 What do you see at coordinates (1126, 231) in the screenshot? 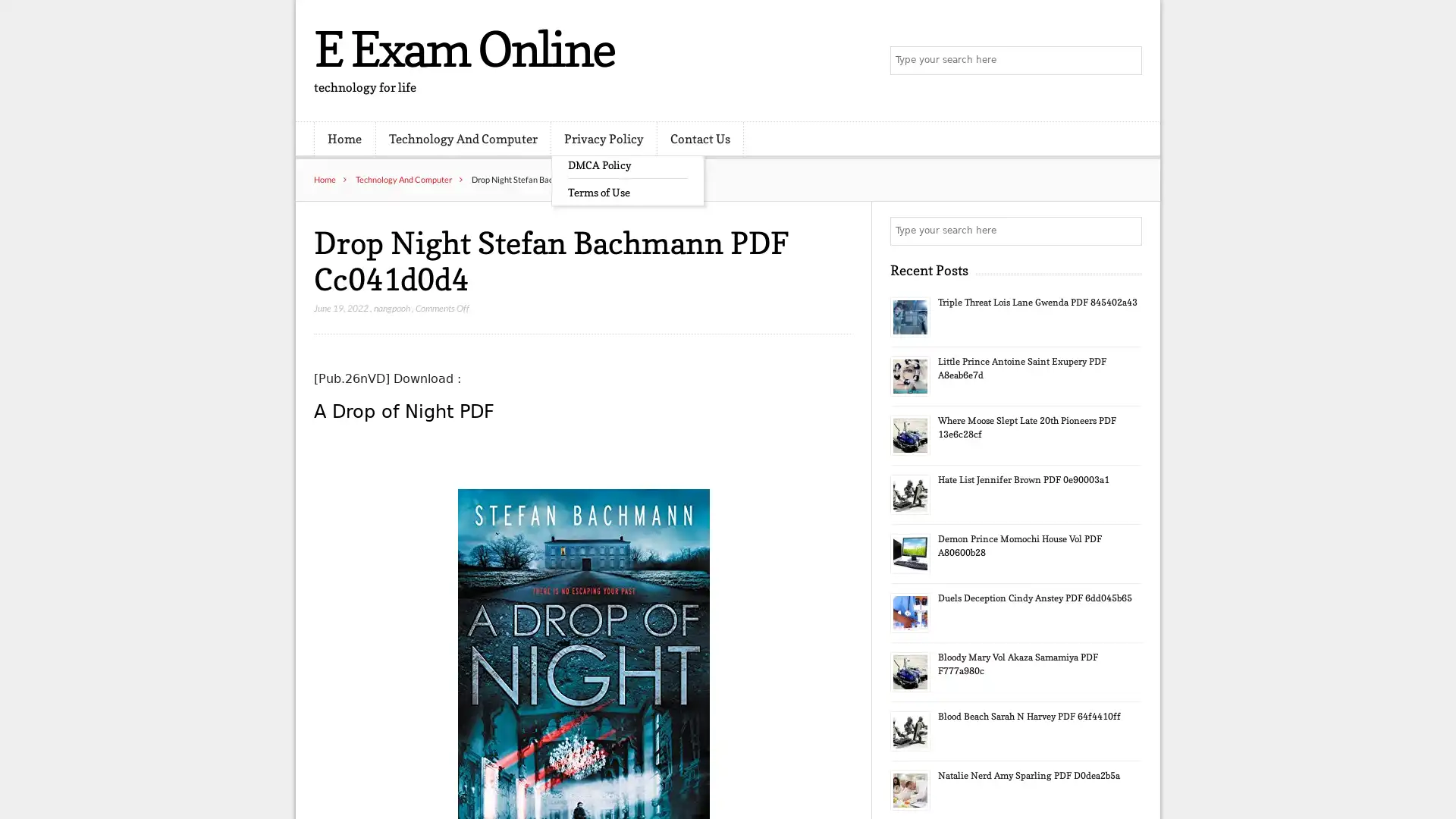
I see `Search` at bounding box center [1126, 231].